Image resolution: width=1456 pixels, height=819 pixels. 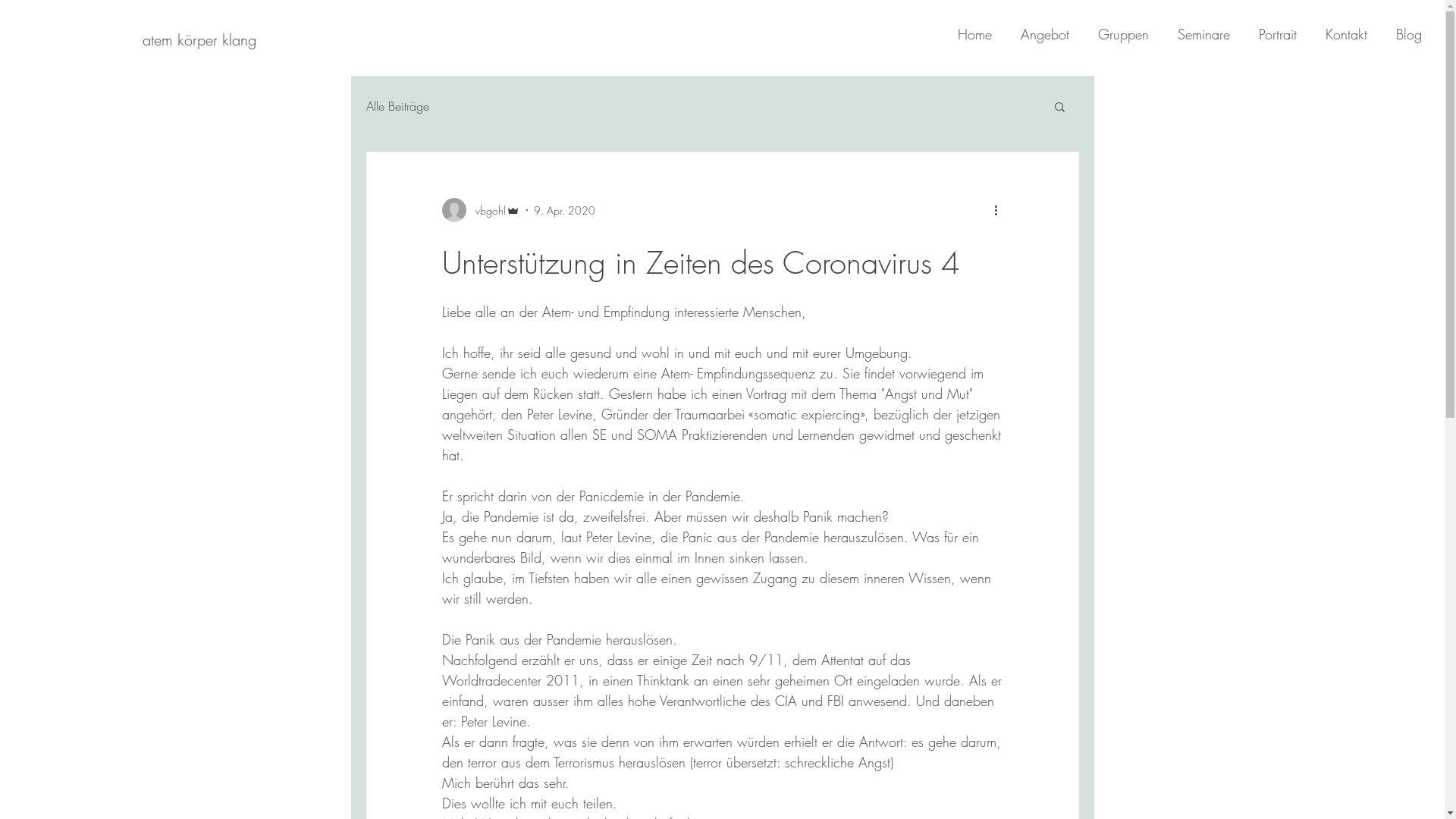 What do you see at coordinates (1401, 34) in the screenshot?
I see `'Blog'` at bounding box center [1401, 34].